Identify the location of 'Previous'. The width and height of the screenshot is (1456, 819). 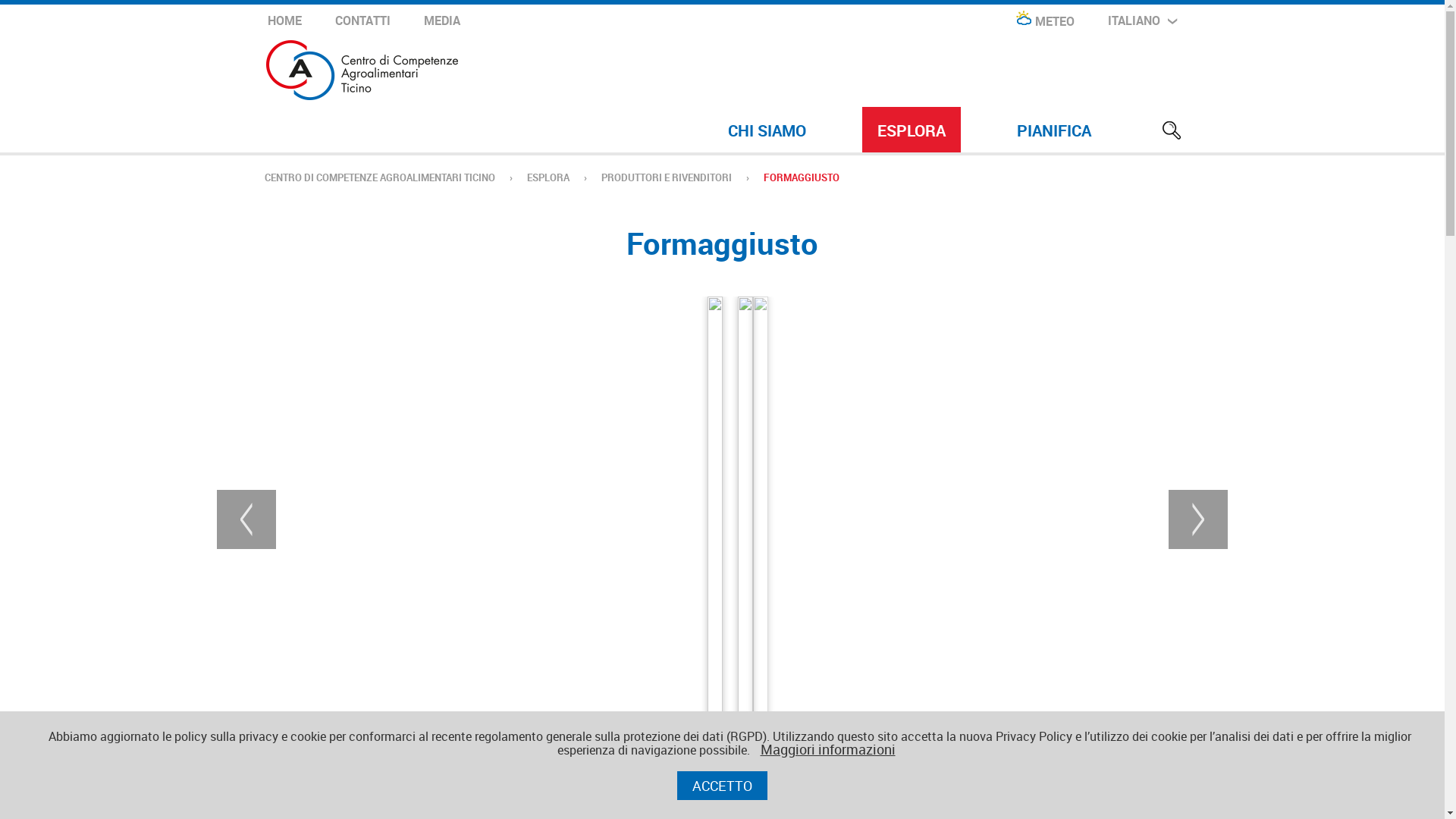
(246, 519).